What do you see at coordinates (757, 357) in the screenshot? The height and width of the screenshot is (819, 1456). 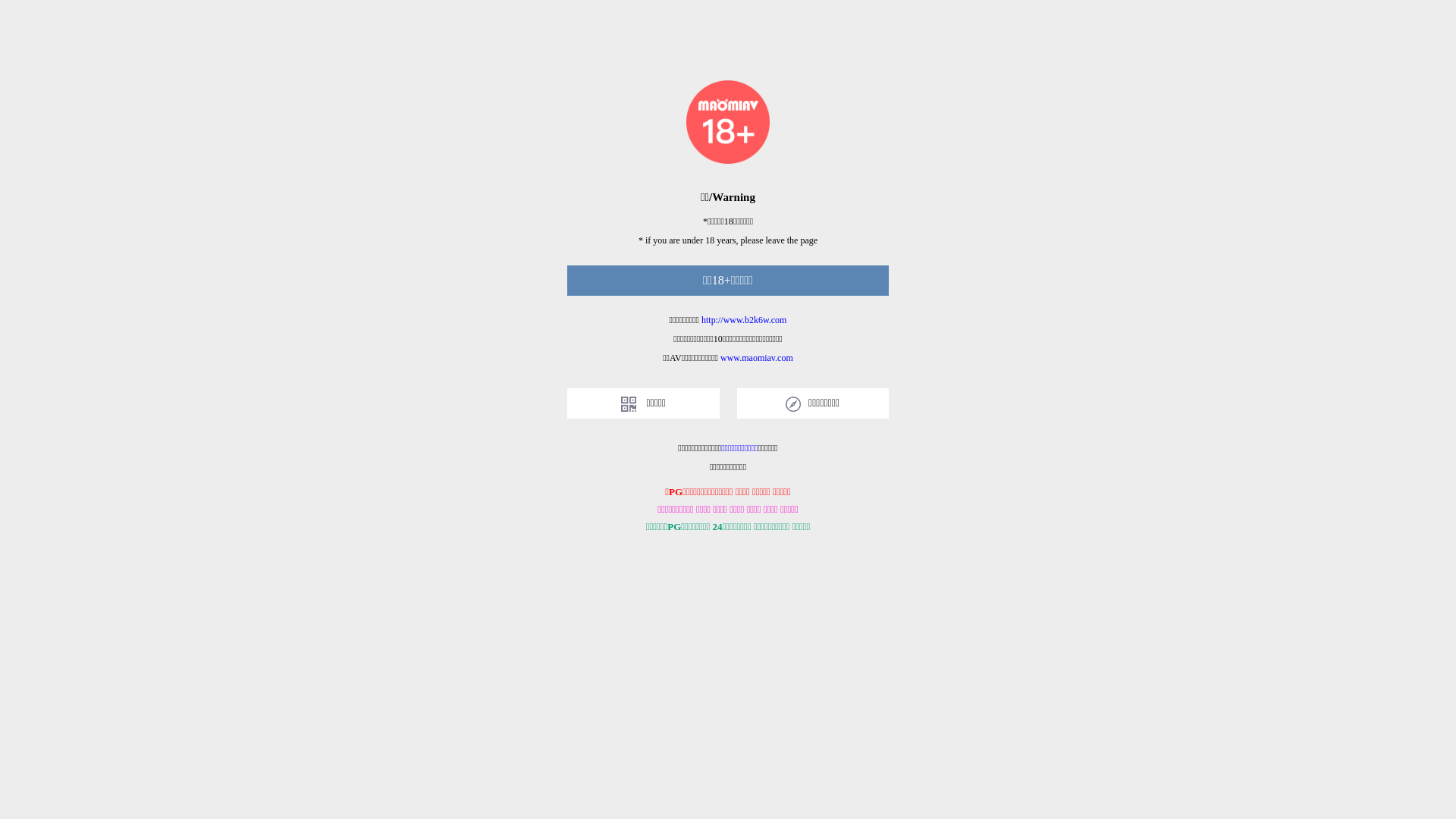 I see `'www.maomiav.com'` at bounding box center [757, 357].